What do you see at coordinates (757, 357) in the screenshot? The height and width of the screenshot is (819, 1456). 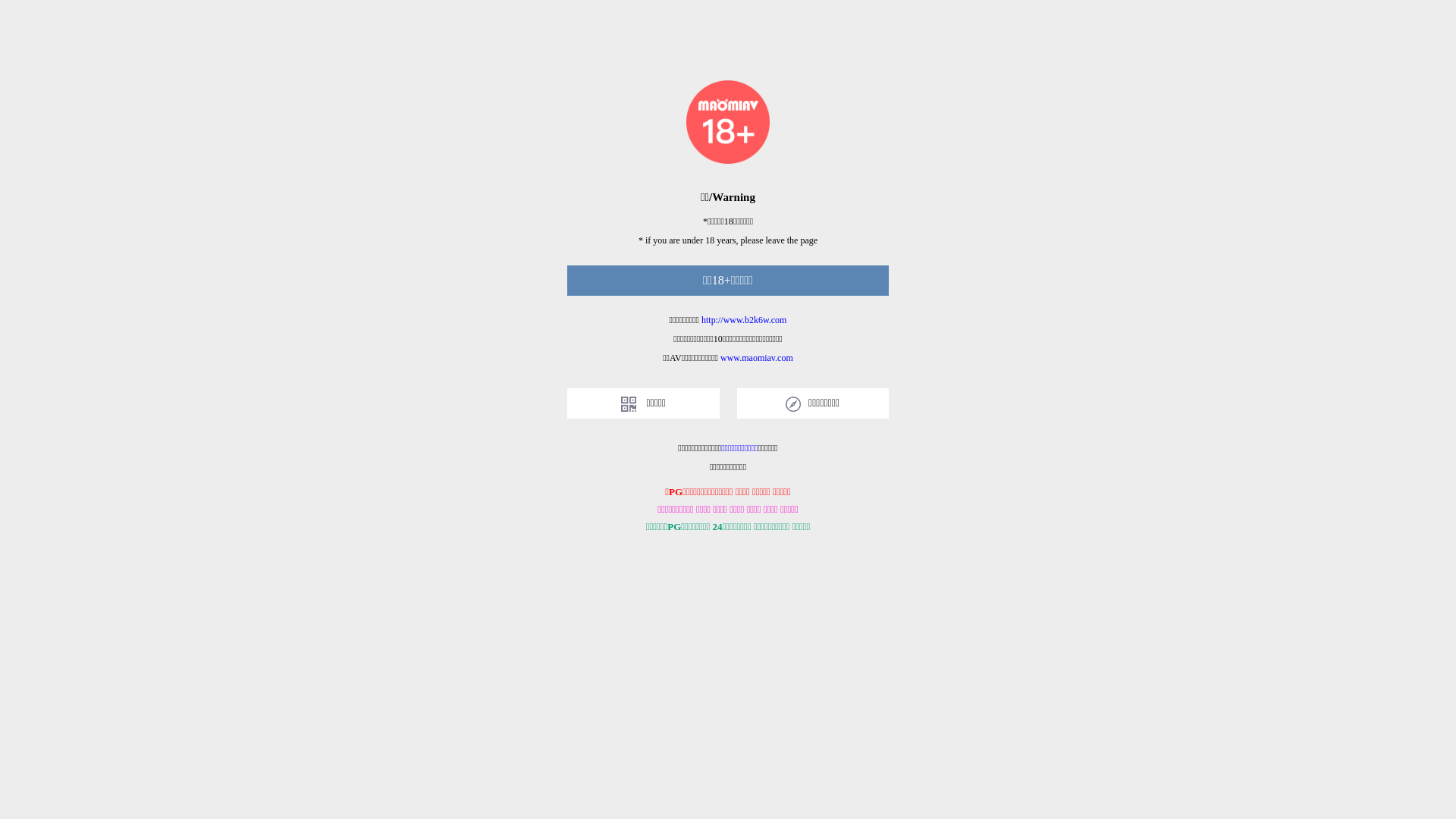 I see `'www.maomiav.com'` at bounding box center [757, 357].